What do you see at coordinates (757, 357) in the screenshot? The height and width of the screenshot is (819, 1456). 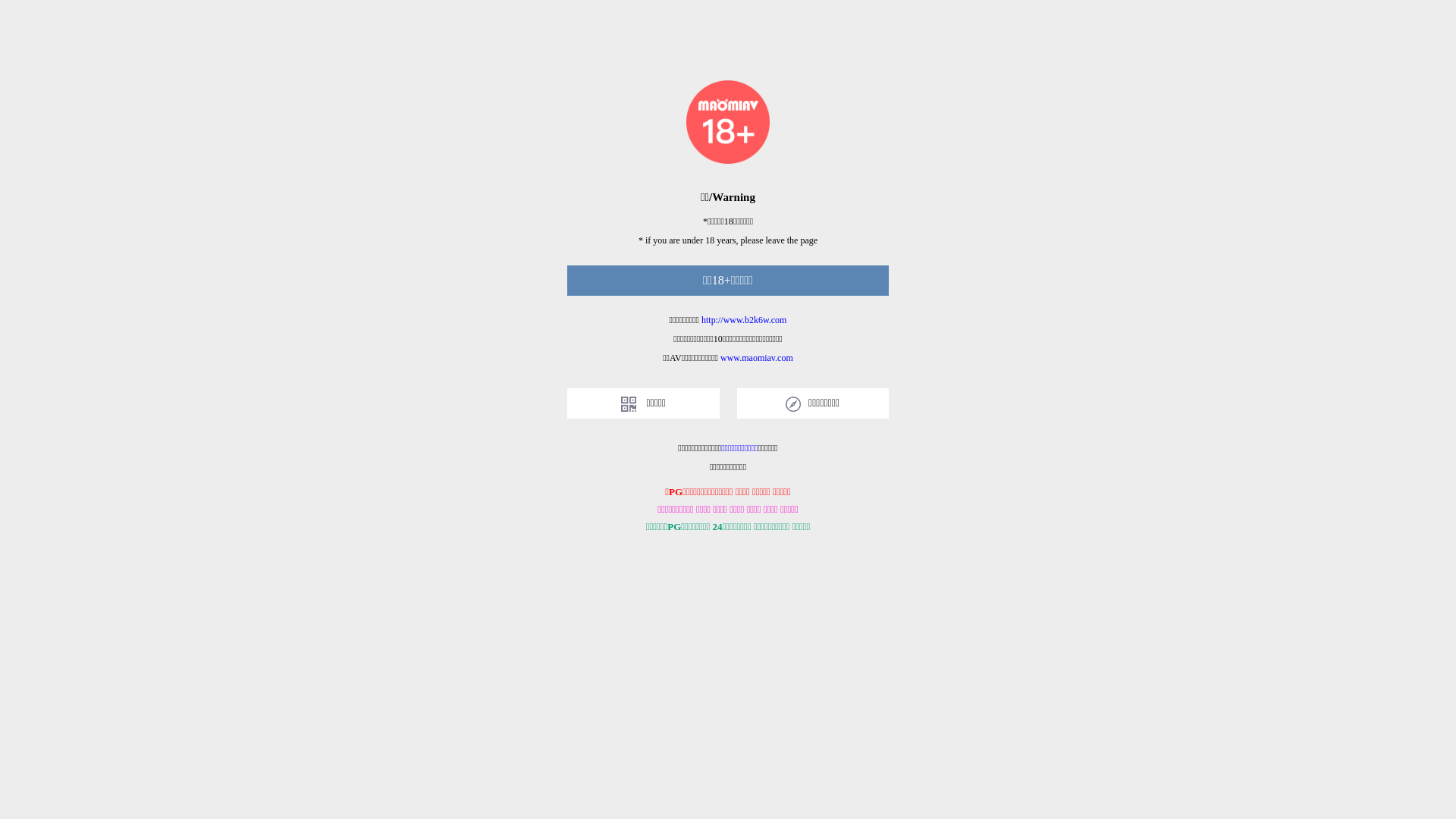 I see `'www.maomiav.com'` at bounding box center [757, 357].